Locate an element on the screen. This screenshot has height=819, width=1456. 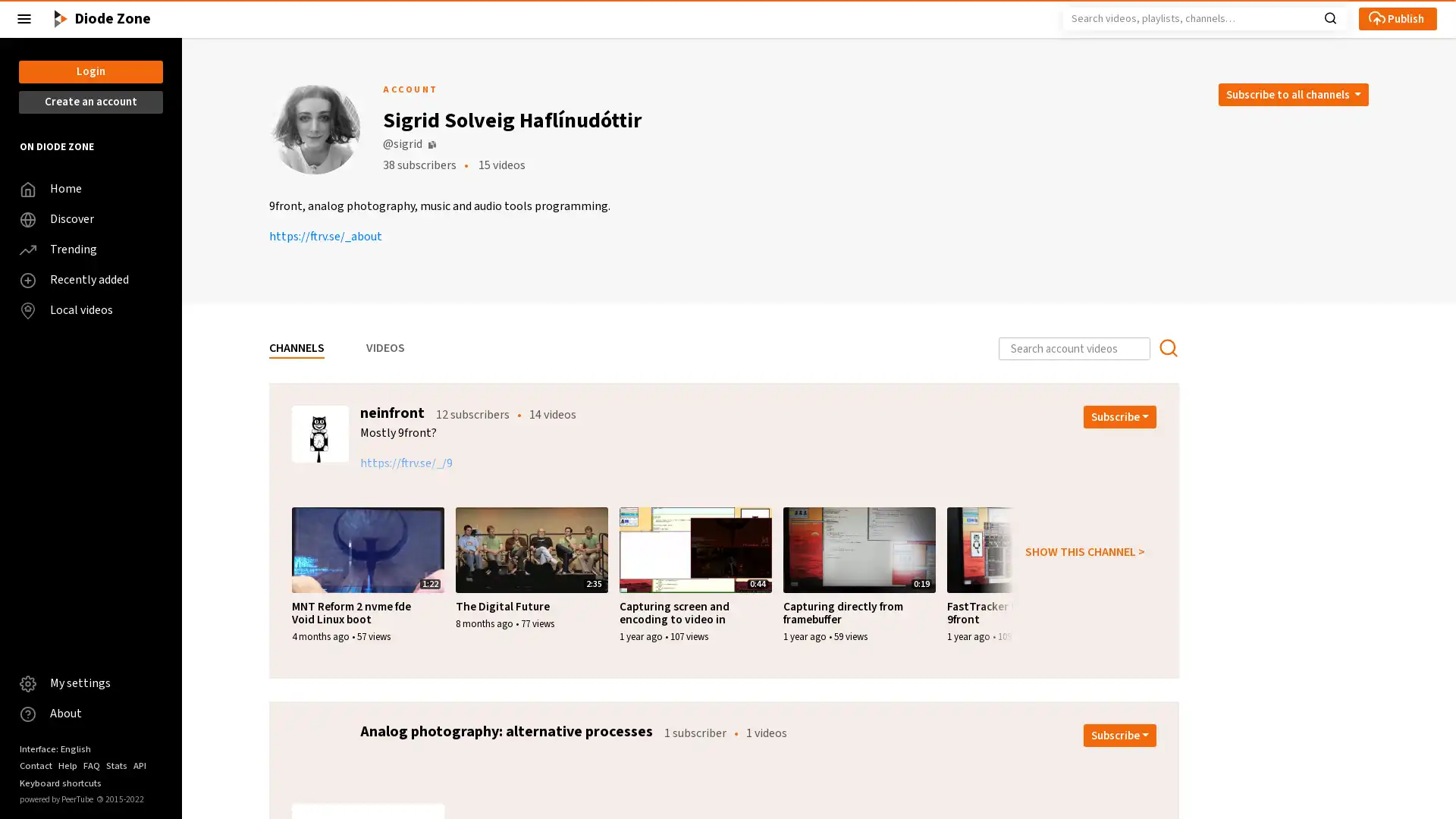
Search is located at coordinates (1167, 348).